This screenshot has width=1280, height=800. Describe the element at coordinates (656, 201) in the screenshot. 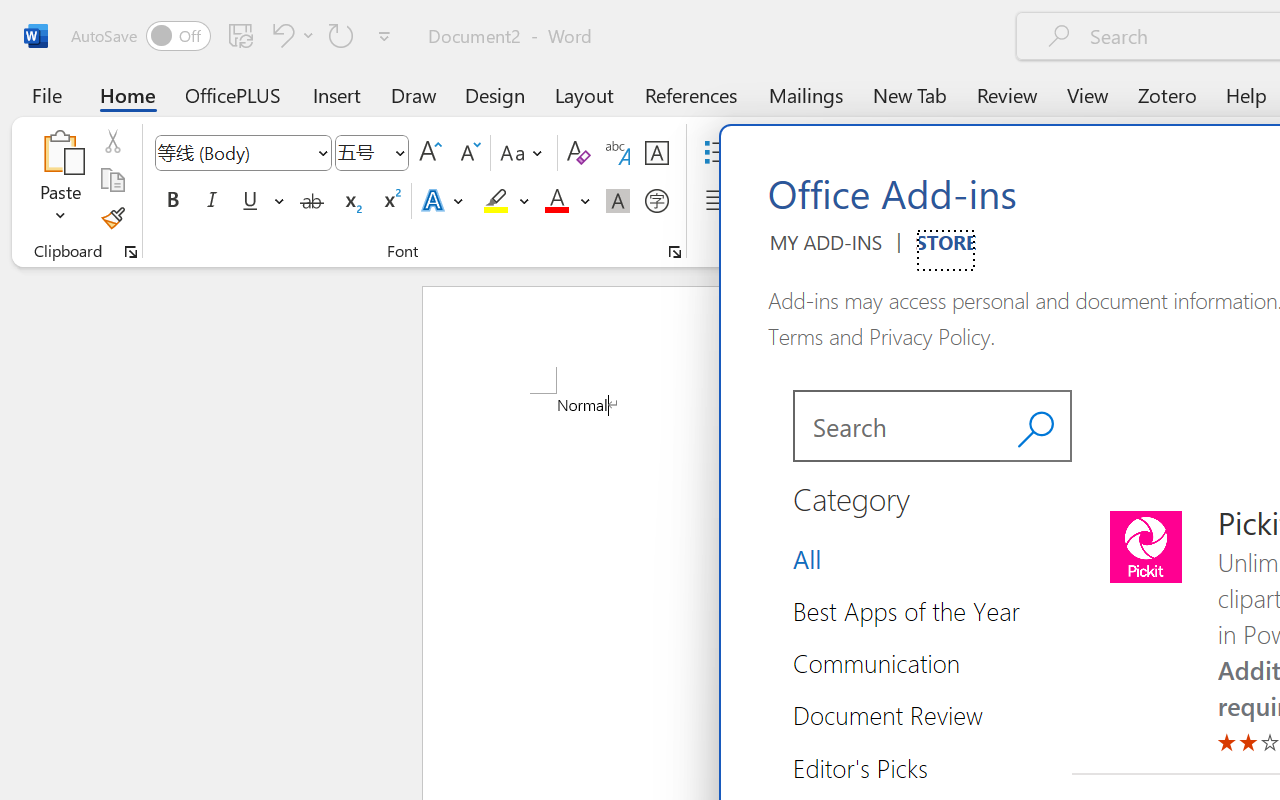

I see `'Enclose Characters...'` at that location.